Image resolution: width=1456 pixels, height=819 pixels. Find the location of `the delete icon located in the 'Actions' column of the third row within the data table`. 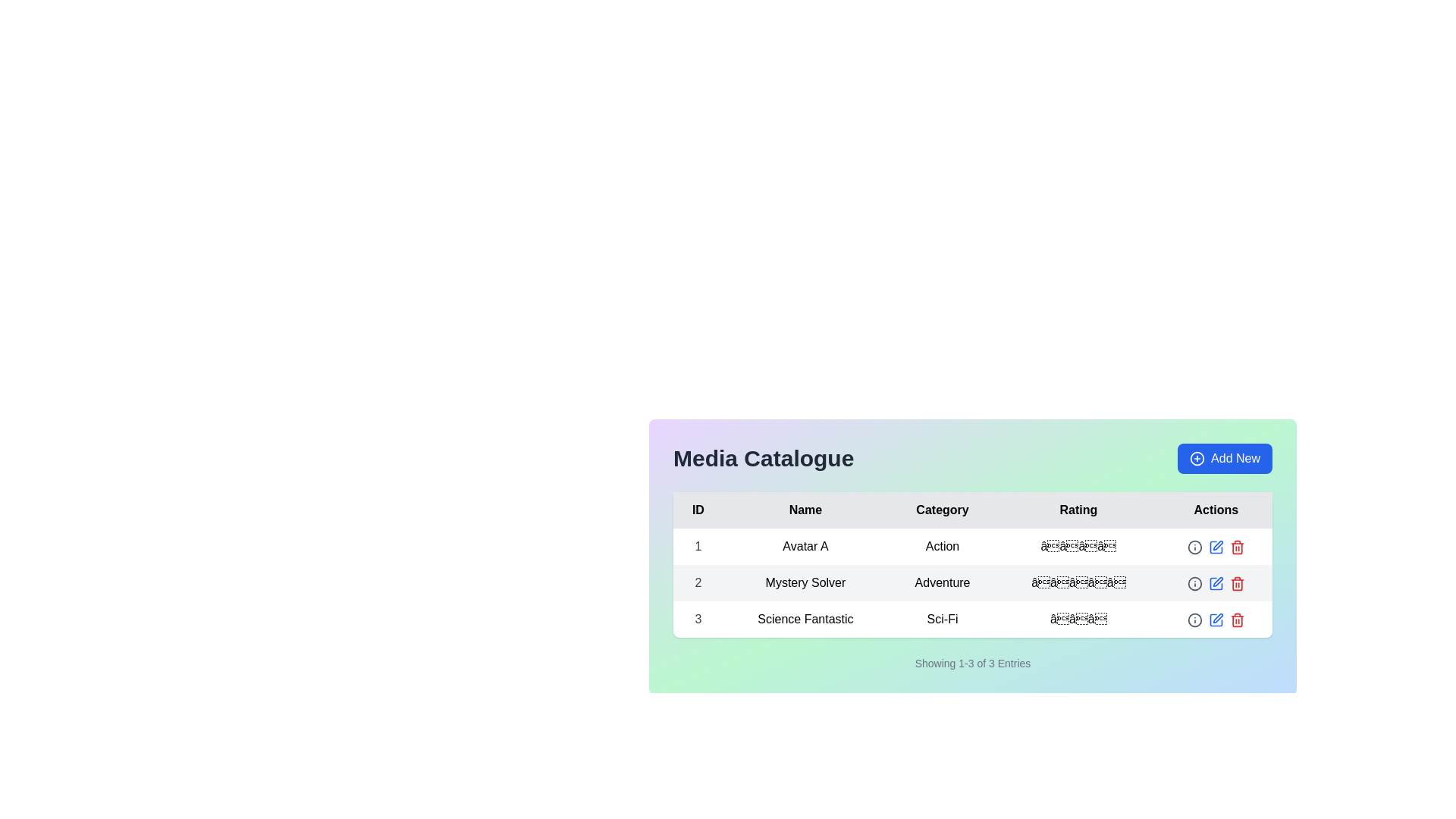

the delete icon located in the 'Actions' column of the third row within the data table is located at coordinates (1237, 620).